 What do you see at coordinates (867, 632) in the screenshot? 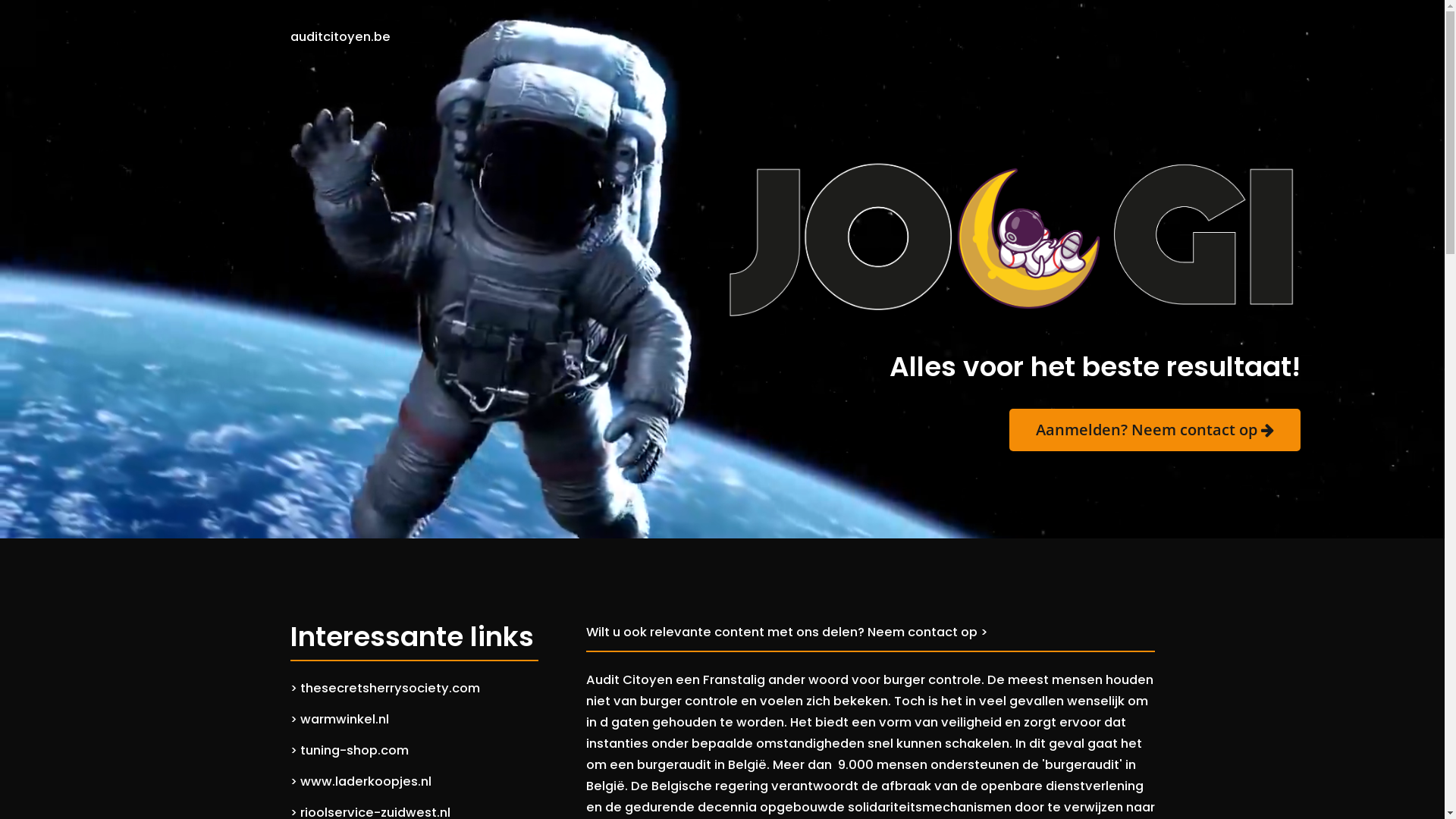
I see `'Neem contact op >'` at bounding box center [867, 632].